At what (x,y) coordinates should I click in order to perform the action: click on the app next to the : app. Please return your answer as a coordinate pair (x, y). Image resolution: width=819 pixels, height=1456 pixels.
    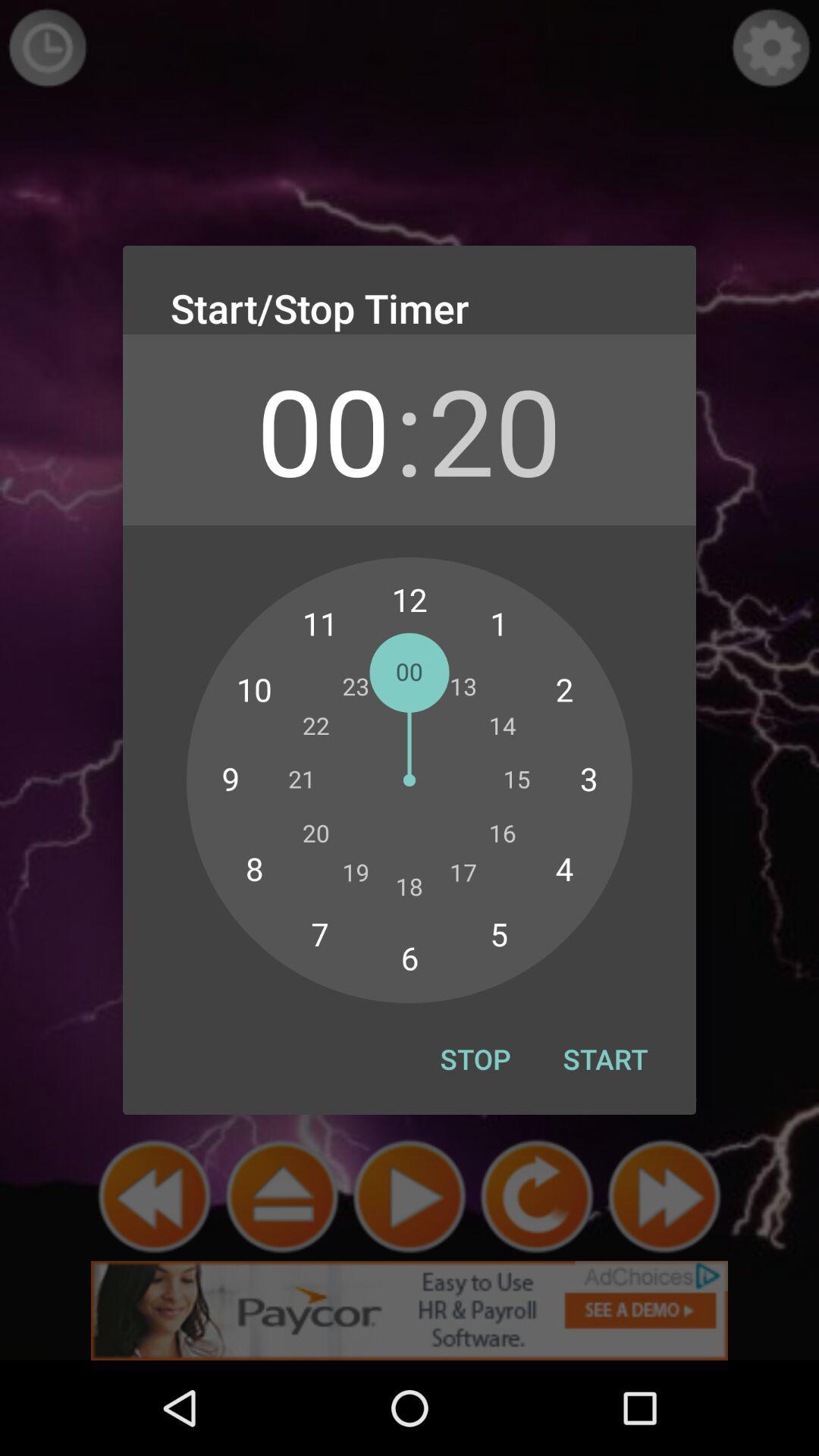
    Looking at the image, I should click on (322, 428).